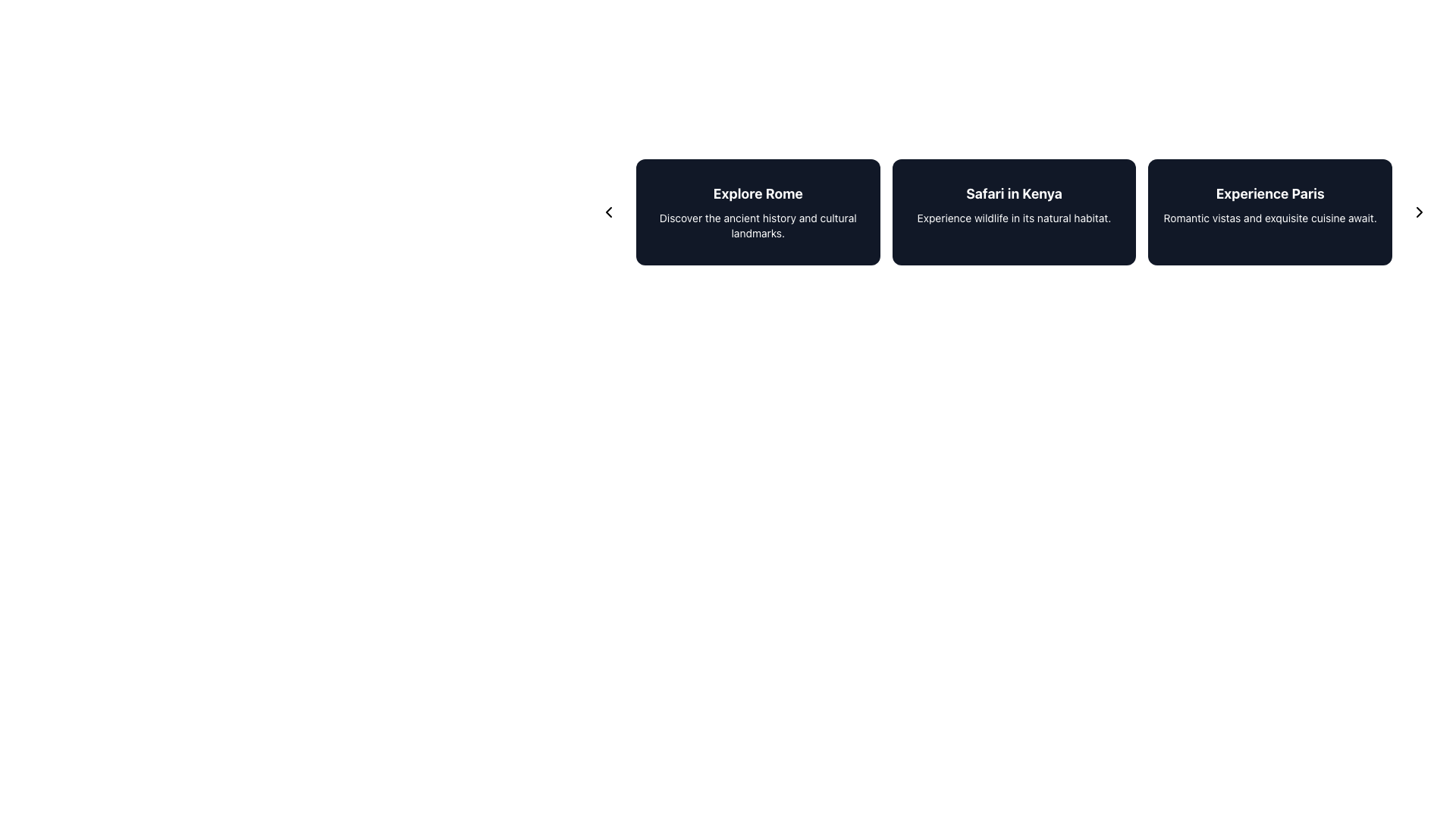  I want to click on the Informational card for 'Explore Rome', which is the first card in a grid layout, located towards the upper-middle section of the interface, so click(758, 212).